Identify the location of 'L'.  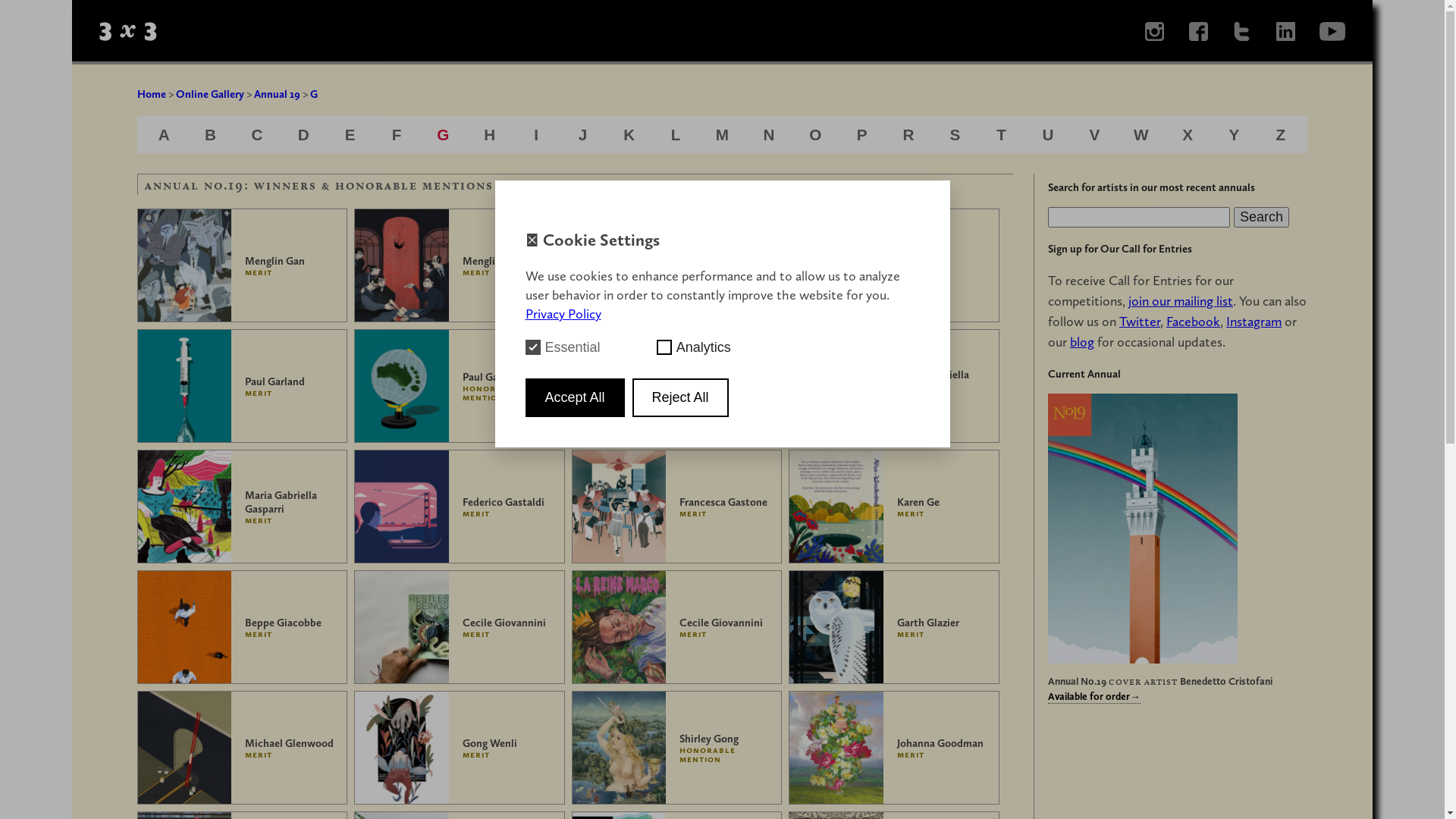
(675, 133).